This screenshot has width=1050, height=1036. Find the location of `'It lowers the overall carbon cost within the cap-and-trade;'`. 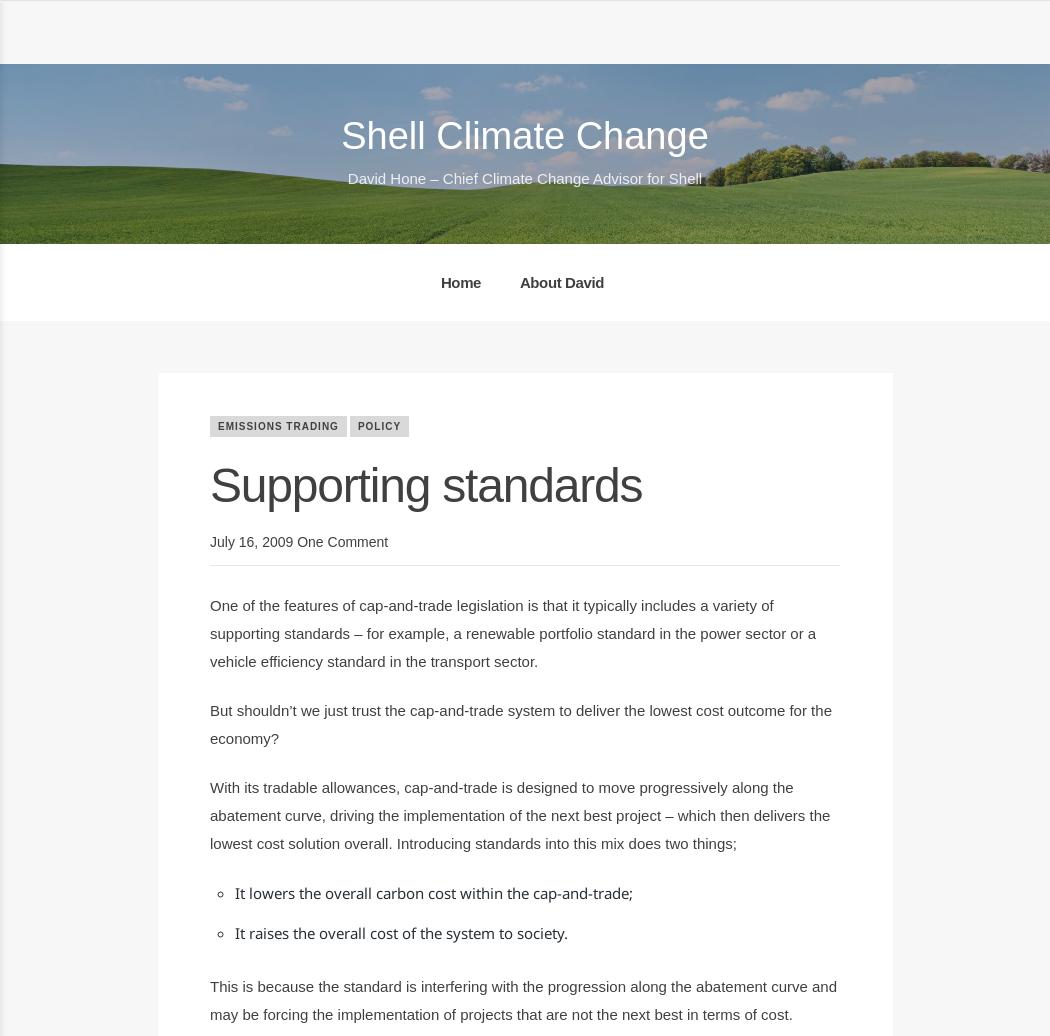

'It lowers the overall carbon cost within the cap-and-trade;' is located at coordinates (432, 891).